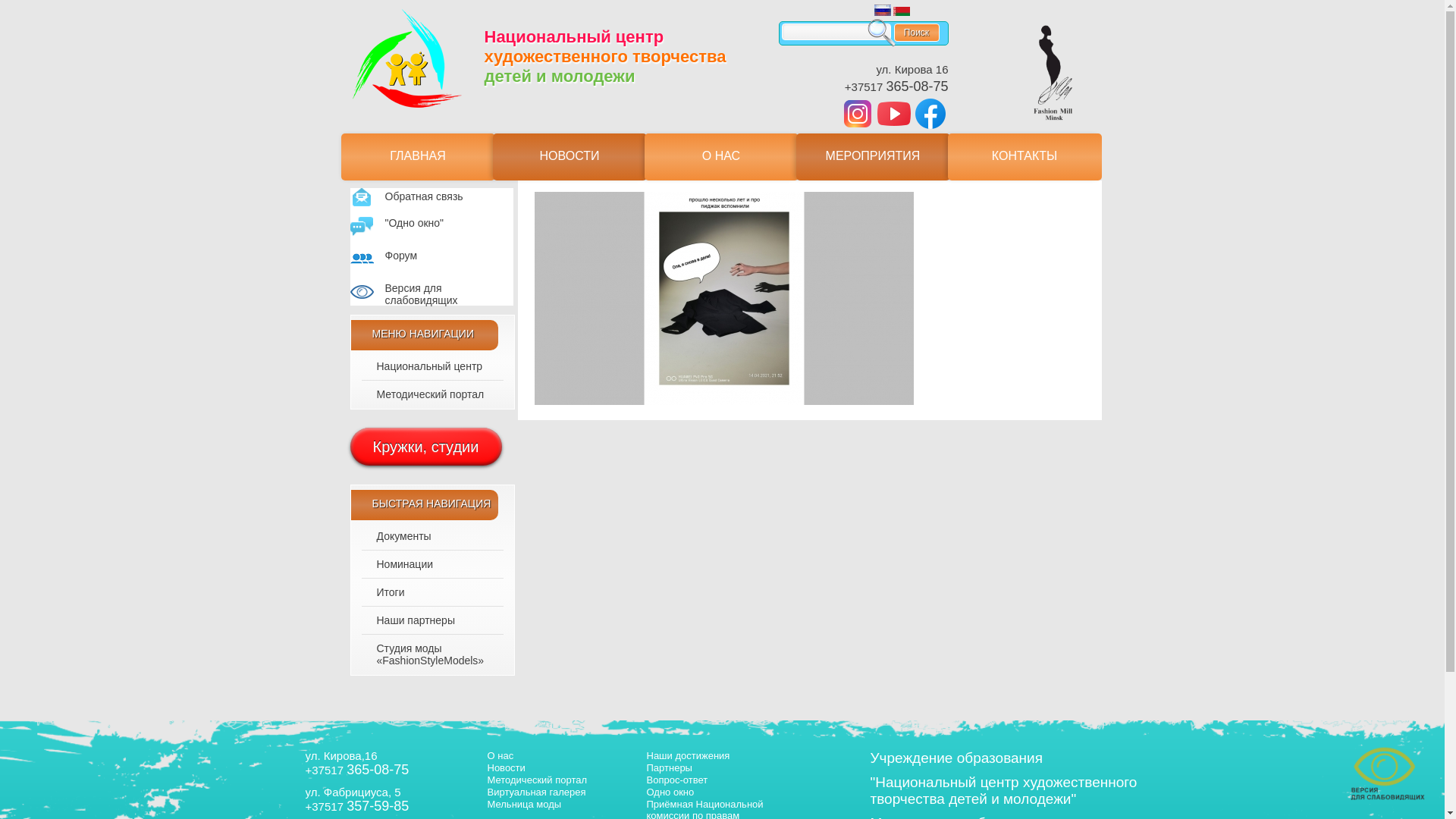  What do you see at coordinates (356, 805) in the screenshot?
I see `'+37517 357-59-85'` at bounding box center [356, 805].